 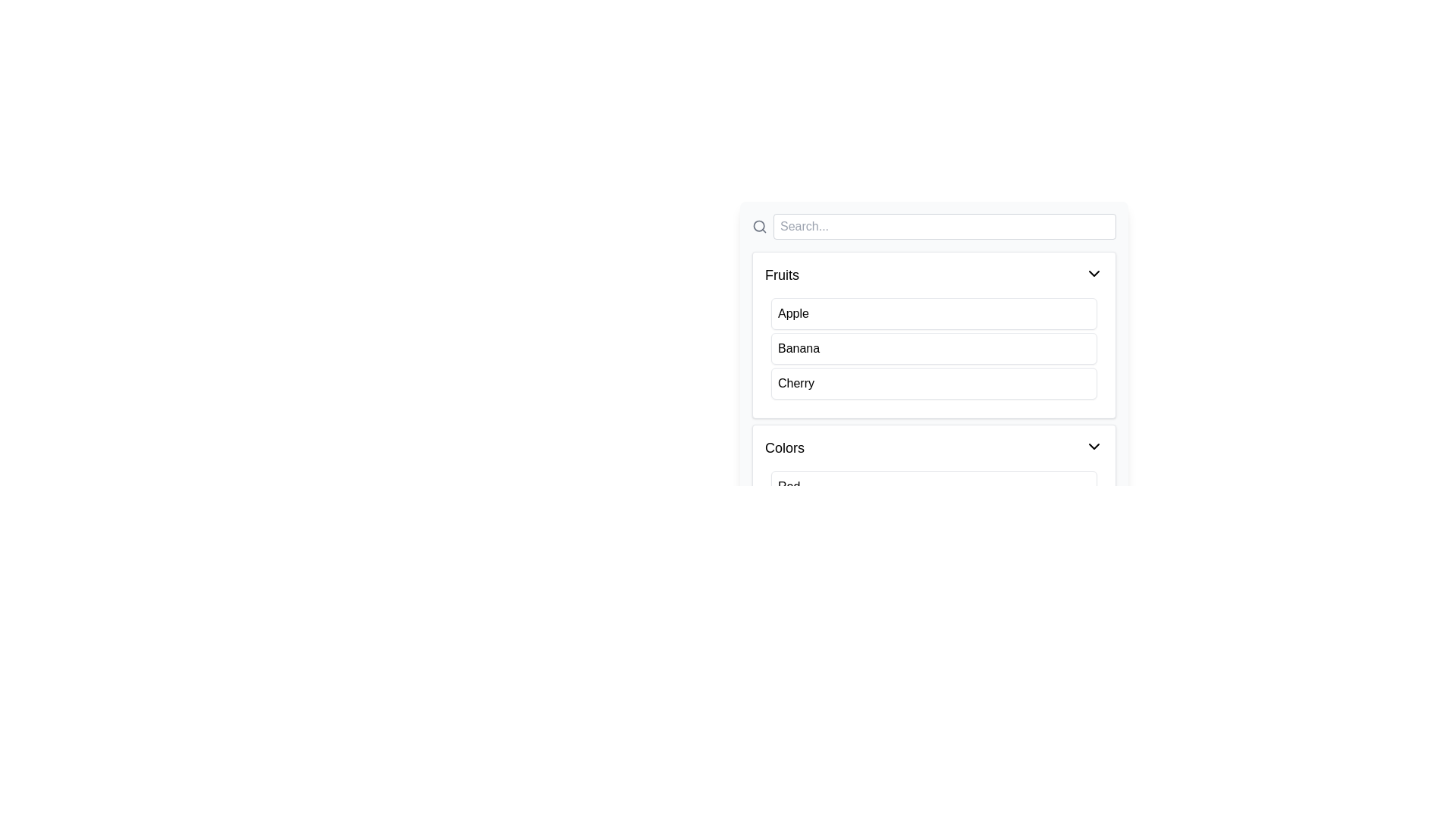 What do you see at coordinates (1094, 274) in the screenshot?
I see `the chevron icon located to the right of the 'Fruits' label` at bounding box center [1094, 274].